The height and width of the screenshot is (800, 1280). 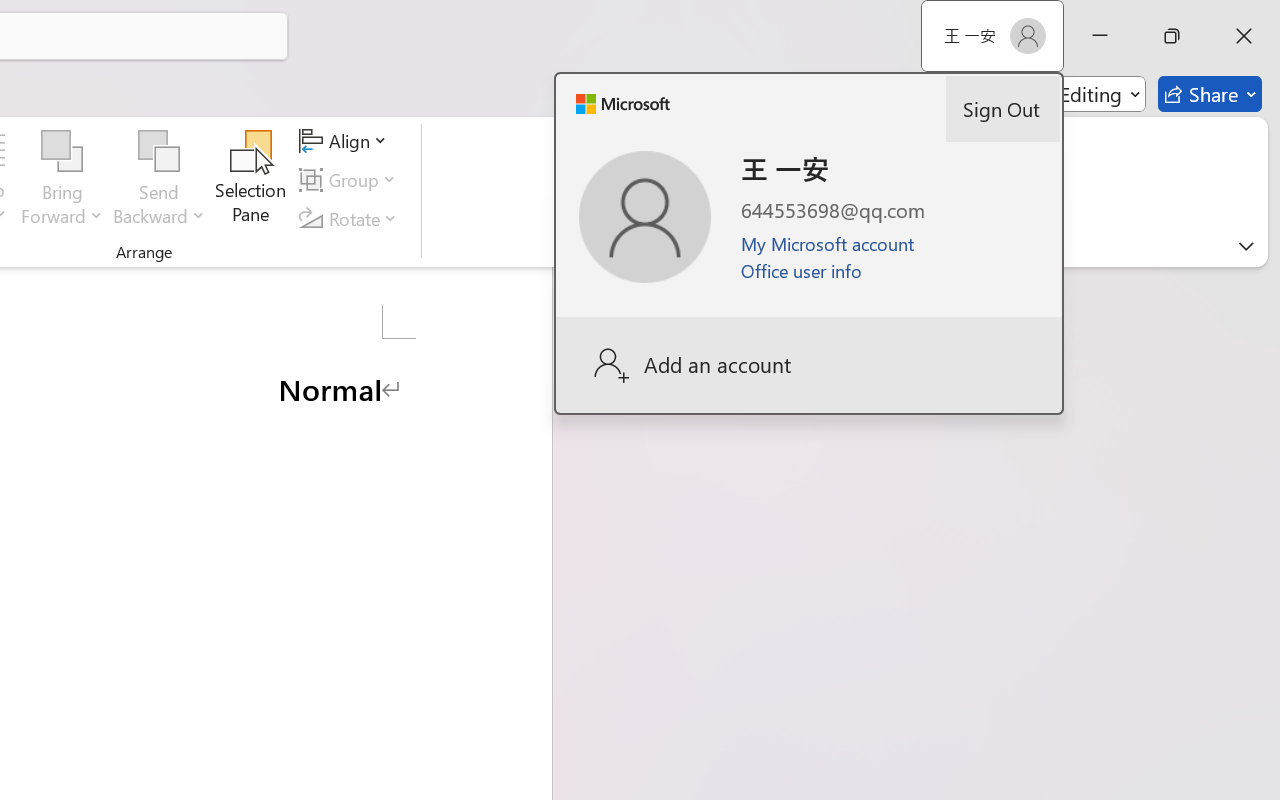 I want to click on 'Group', so click(x=351, y=179).